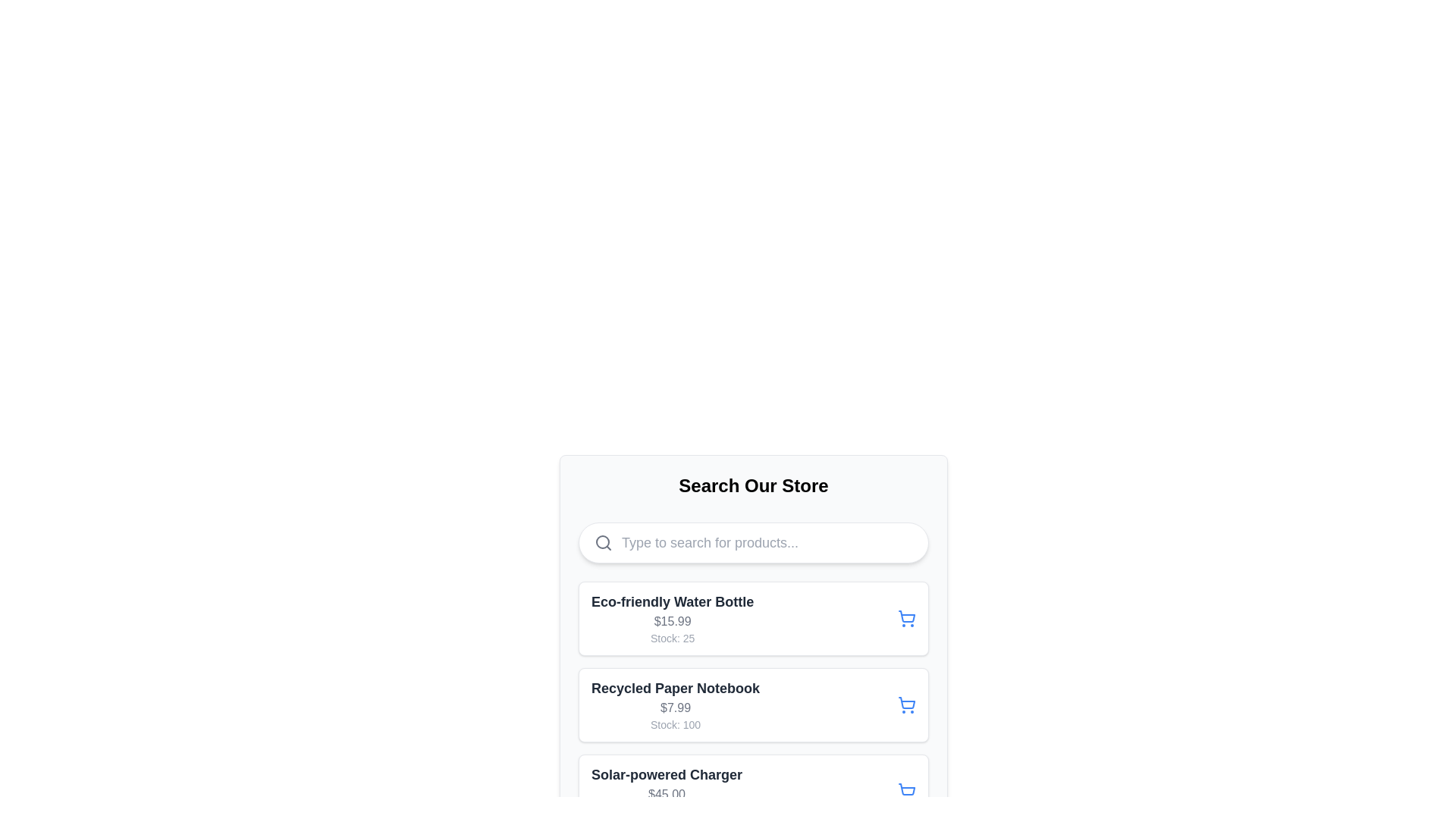 Image resolution: width=1456 pixels, height=819 pixels. Describe the element at coordinates (767, 542) in the screenshot. I see `to focus on the text input field for searching products, which is centrally located below the header 'Search Our Store' and to the right of the search icon` at that location.